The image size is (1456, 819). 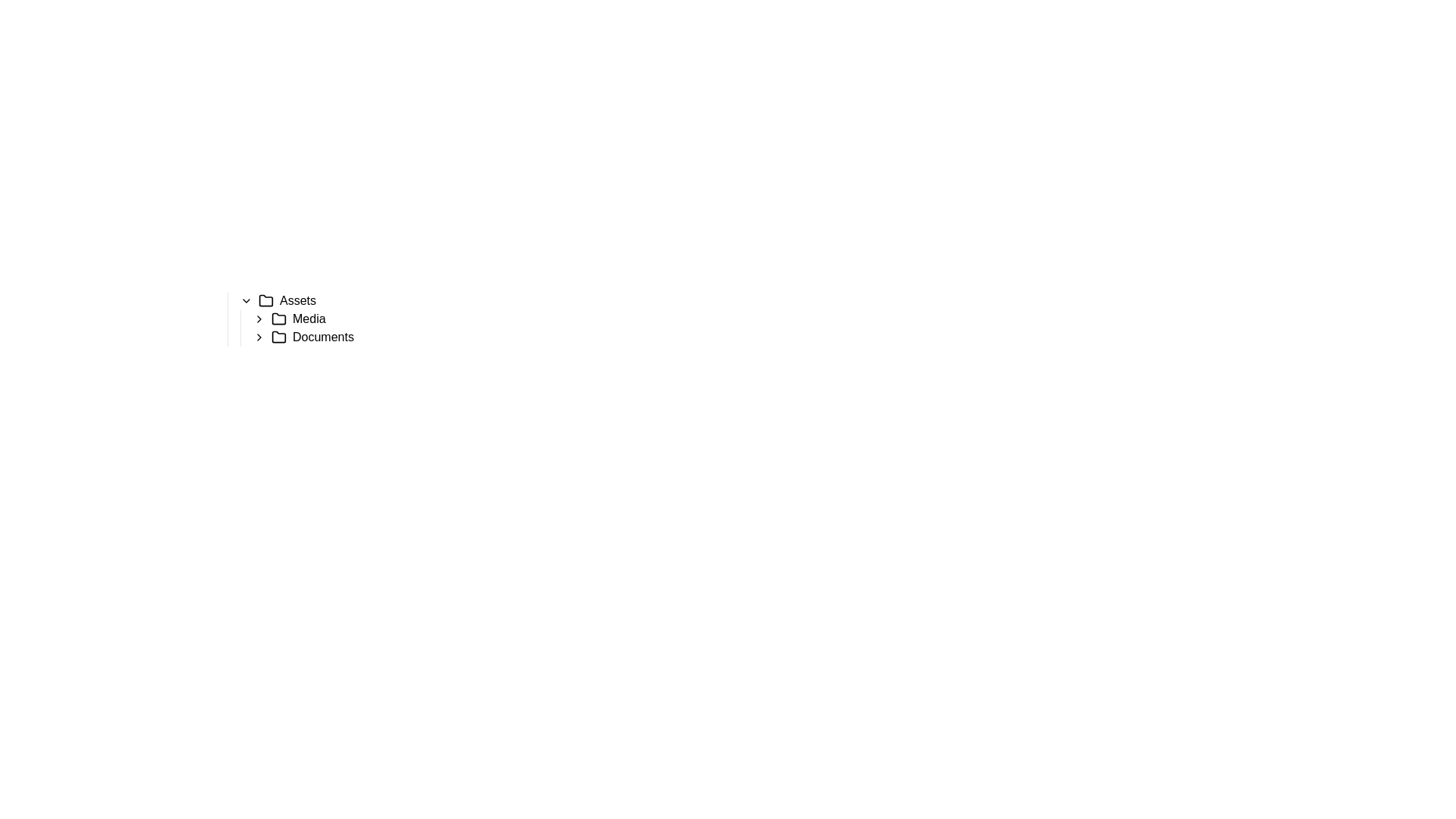 What do you see at coordinates (246, 301) in the screenshot?
I see `the Chevron Icon located to the left of the 'Assets' label` at bounding box center [246, 301].